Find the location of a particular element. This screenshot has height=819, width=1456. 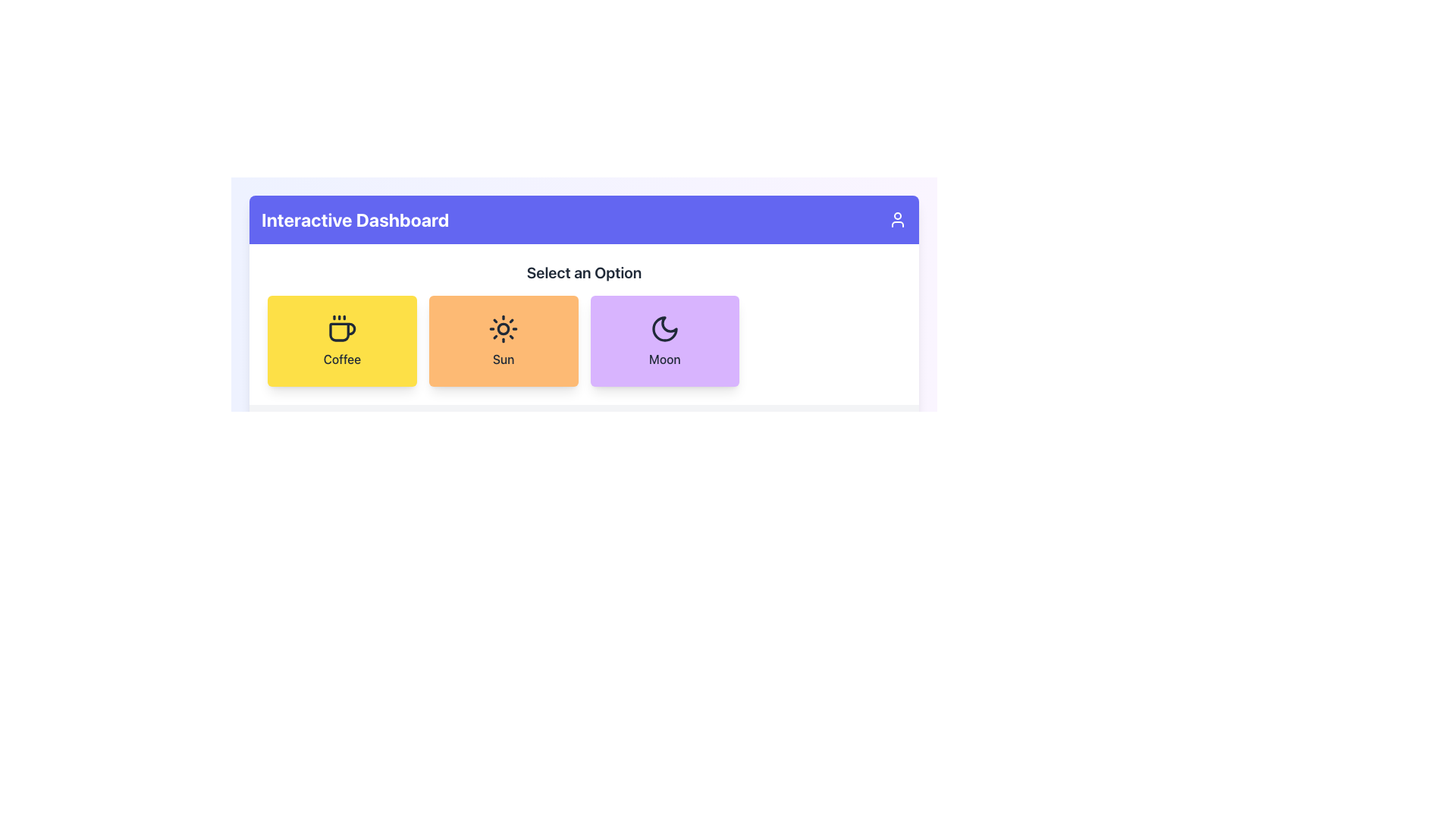

the small circular user icon with a simplistic profile design, located in the far right corner of the header section next to 'Interactive Dashboard' is located at coordinates (898, 219).